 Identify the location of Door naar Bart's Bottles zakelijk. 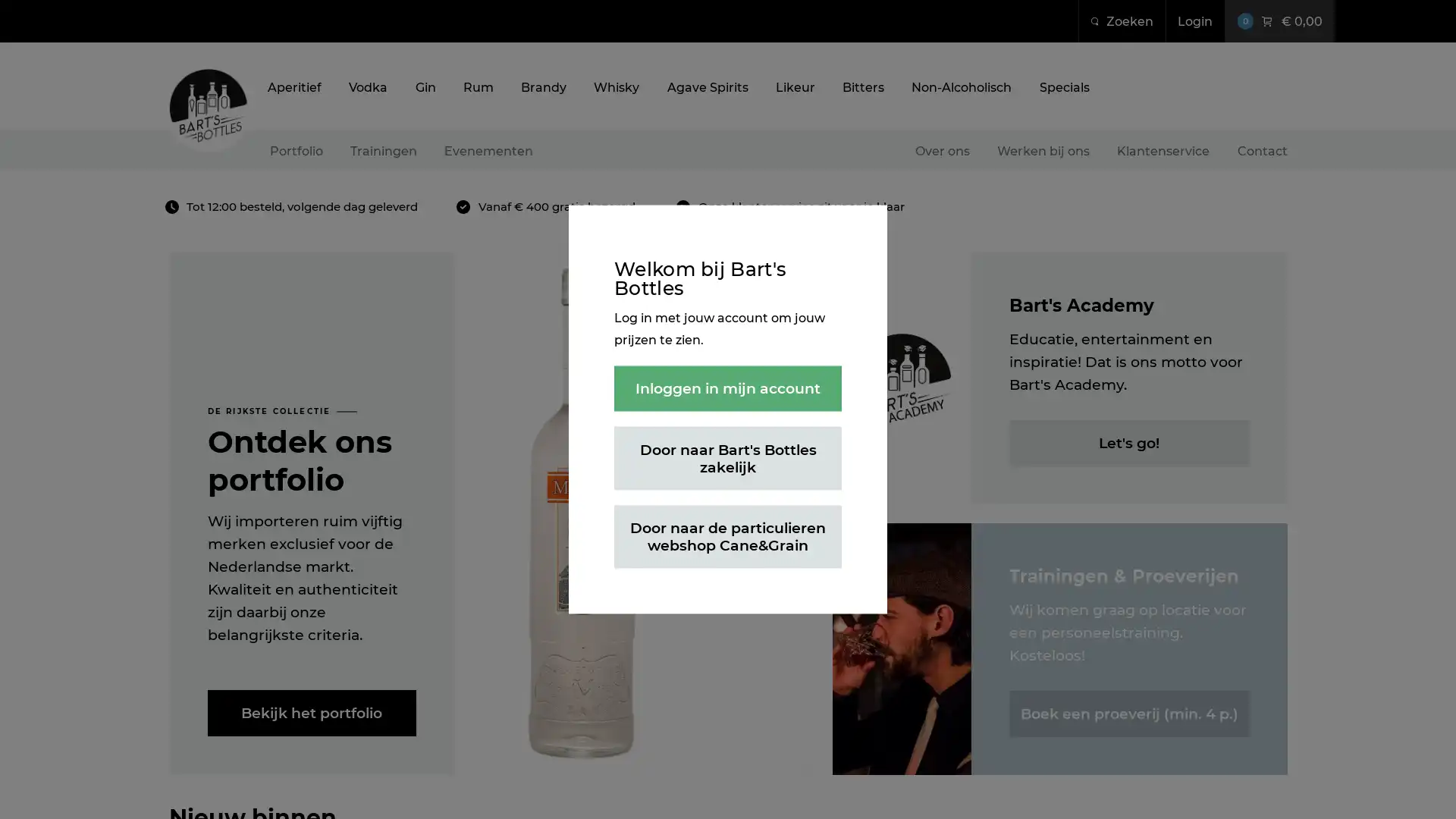
(728, 457).